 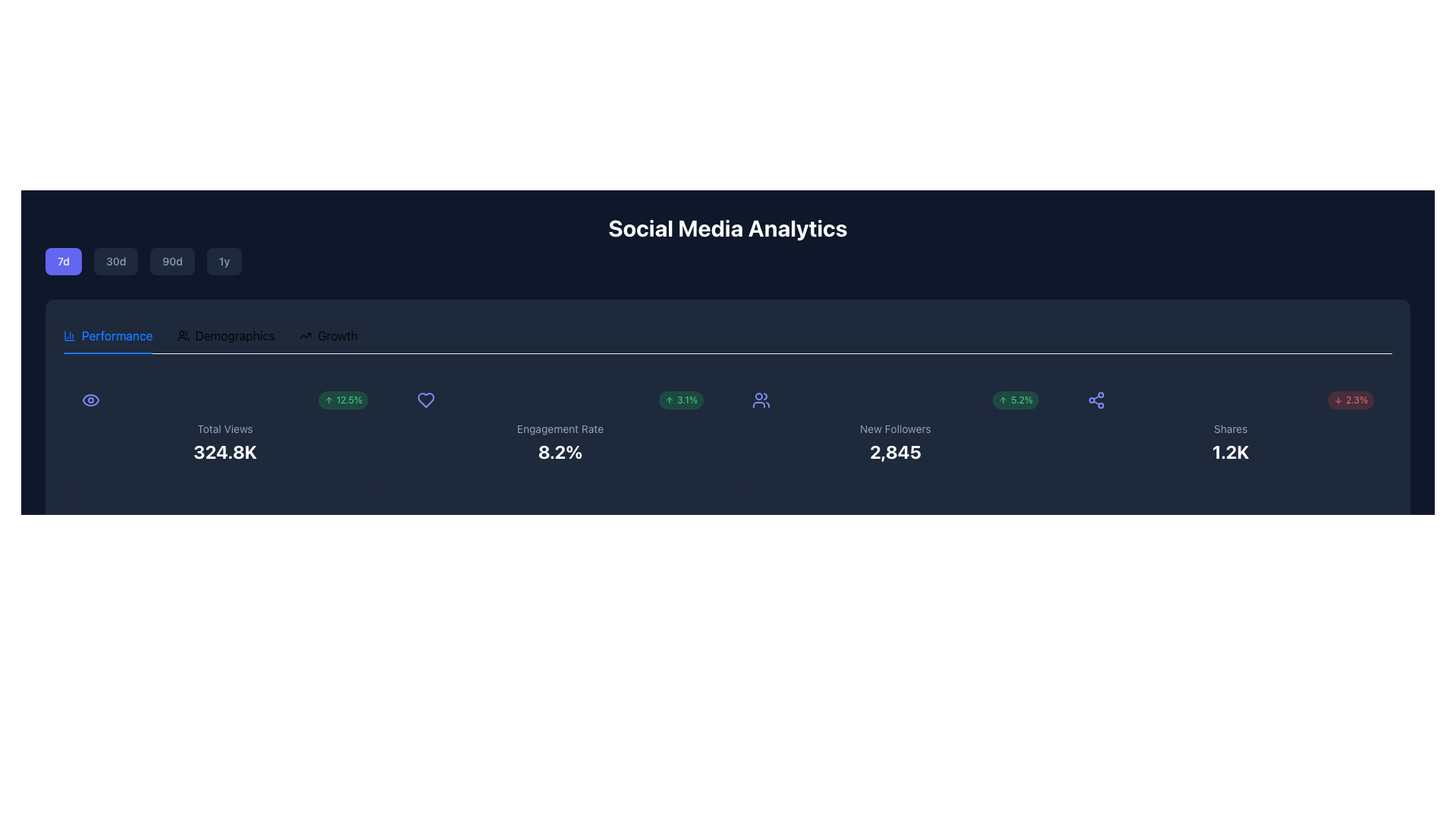 I want to click on the icon representing a group of people, which is located next to the text labeled 'Demographics' in the navigation bar, so click(x=182, y=335).